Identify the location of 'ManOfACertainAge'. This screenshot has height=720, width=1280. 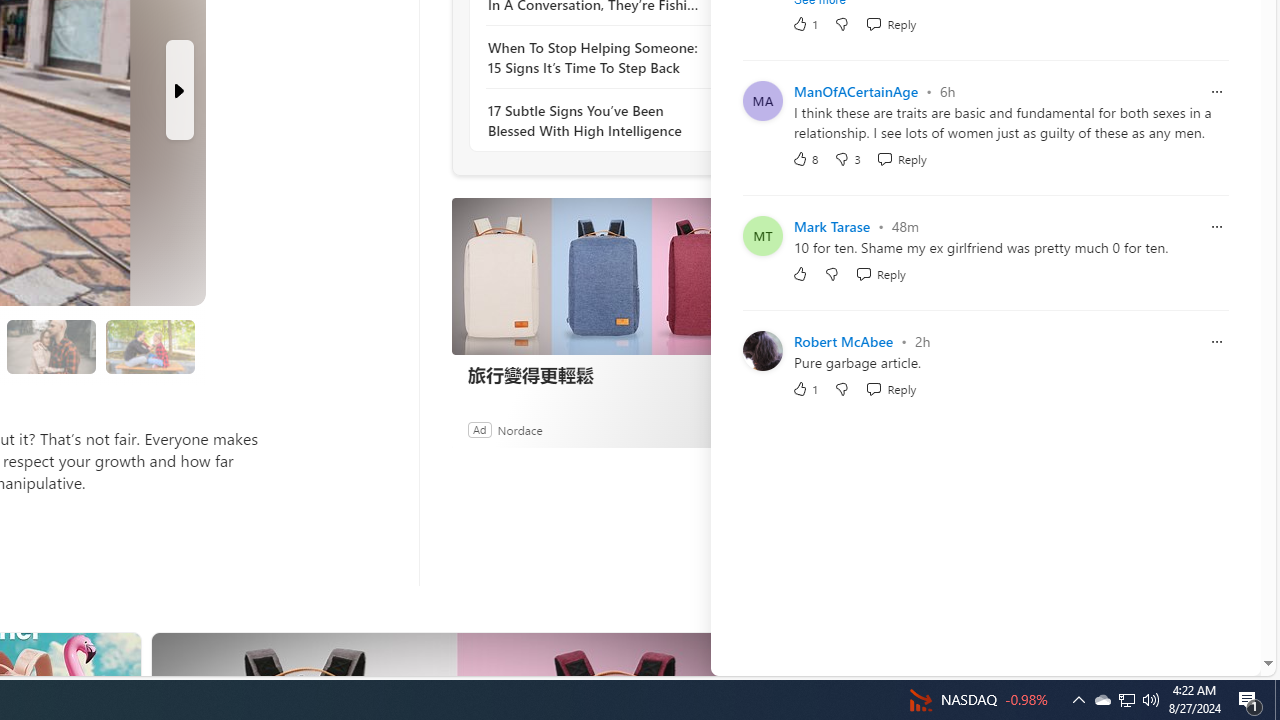
(856, 91).